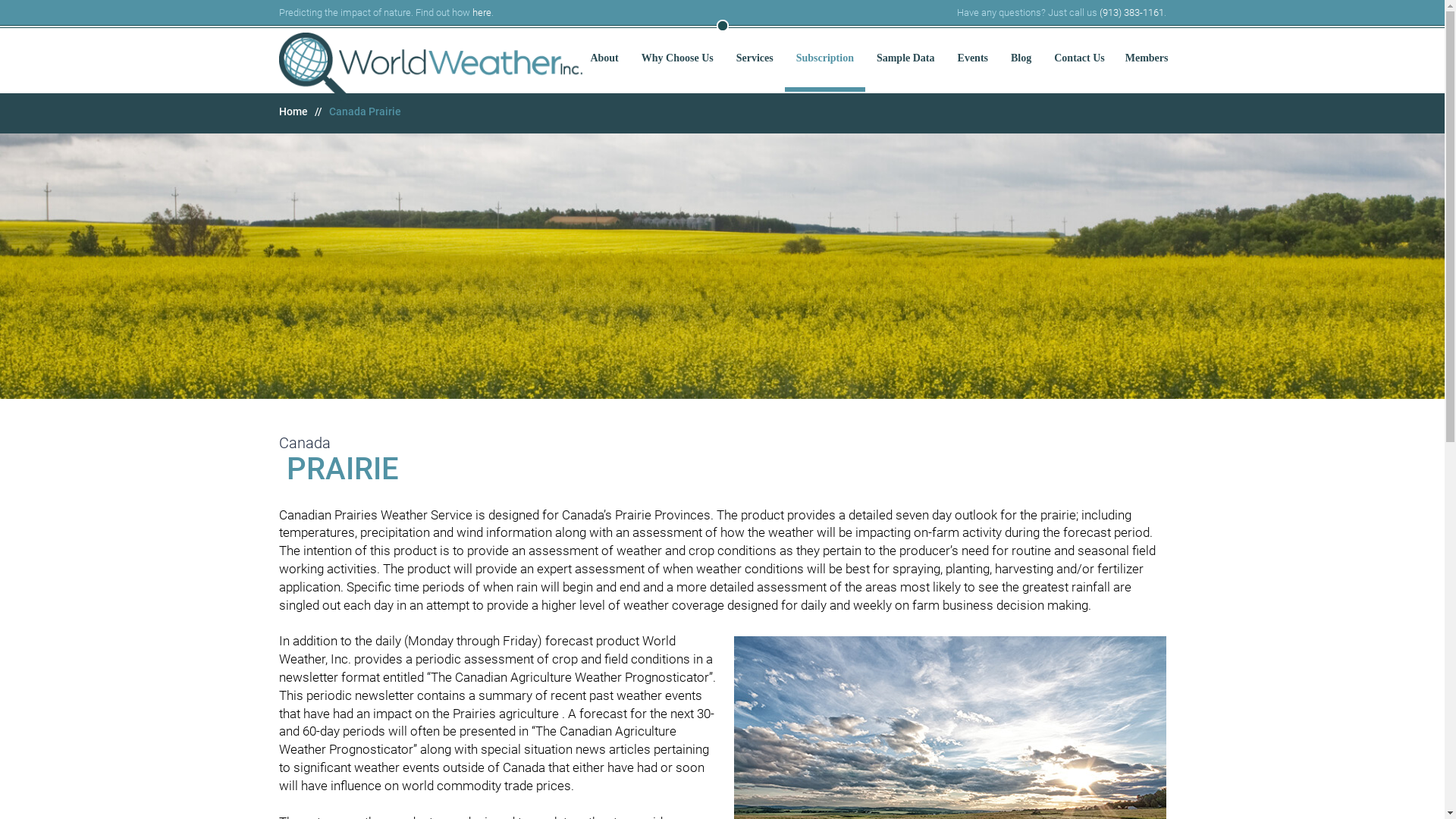 Image resolution: width=1456 pixels, height=819 pixels. What do you see at coordinates (471, 12) in the screenshot?
I see `'here'` at bounding box center [471, 12].